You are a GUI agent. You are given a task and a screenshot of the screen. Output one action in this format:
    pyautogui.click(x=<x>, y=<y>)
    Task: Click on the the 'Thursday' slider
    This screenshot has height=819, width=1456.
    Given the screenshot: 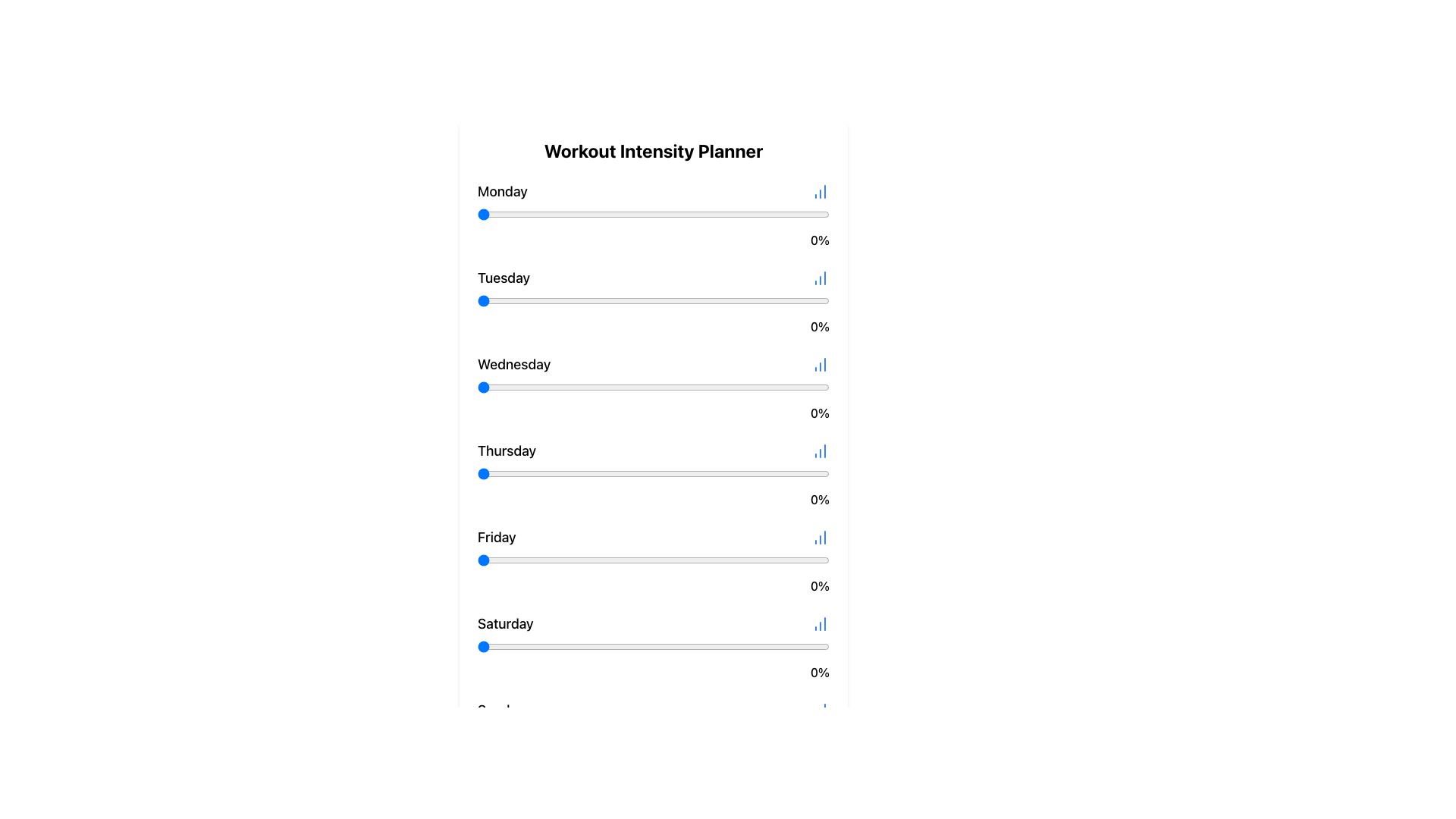 What is the action you would take?
    pyautogui.click(x=509, y=472)
    